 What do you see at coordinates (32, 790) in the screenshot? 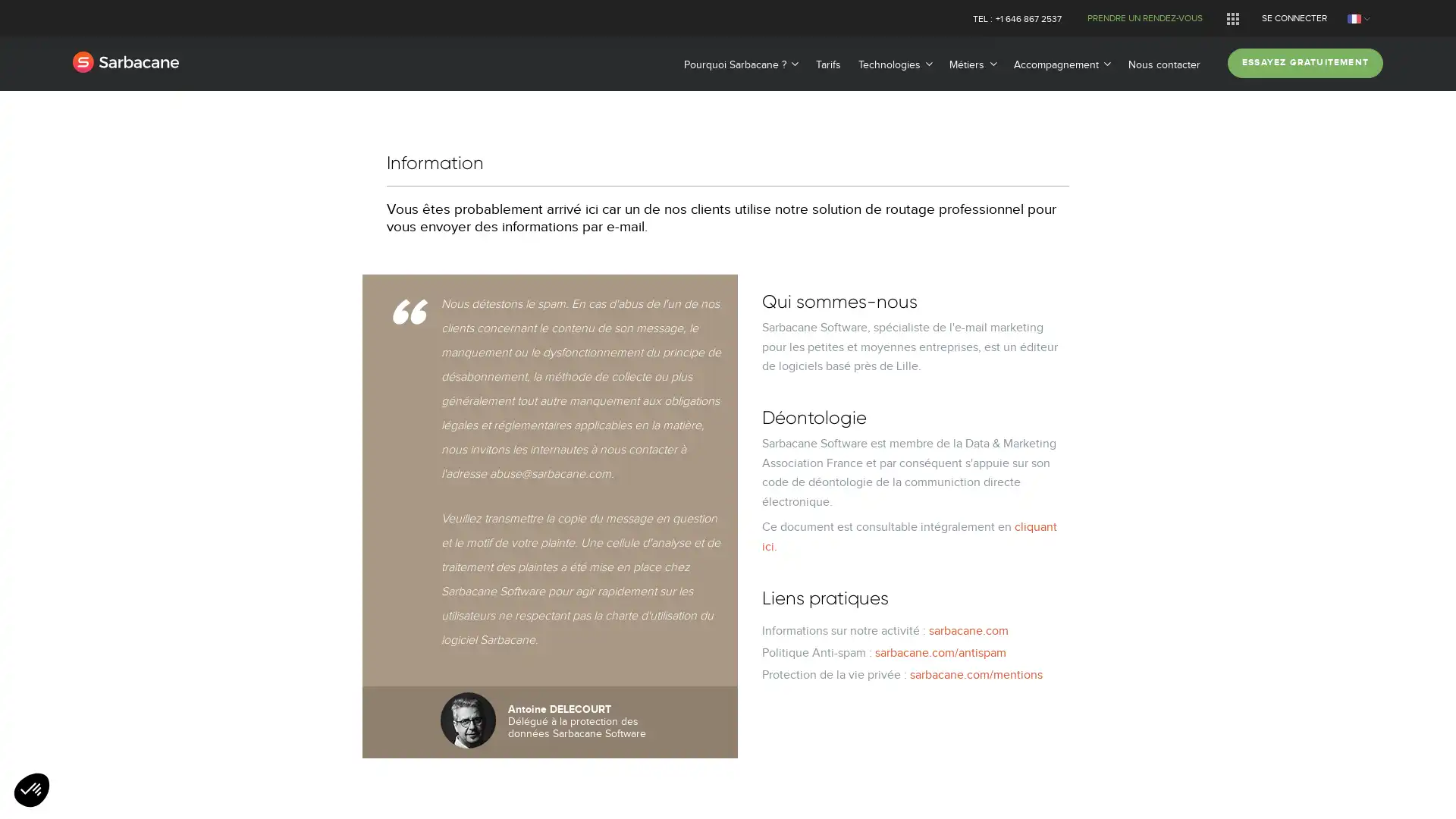
I see `Manage your preferences about cookies` at bounding box center [32, 790].